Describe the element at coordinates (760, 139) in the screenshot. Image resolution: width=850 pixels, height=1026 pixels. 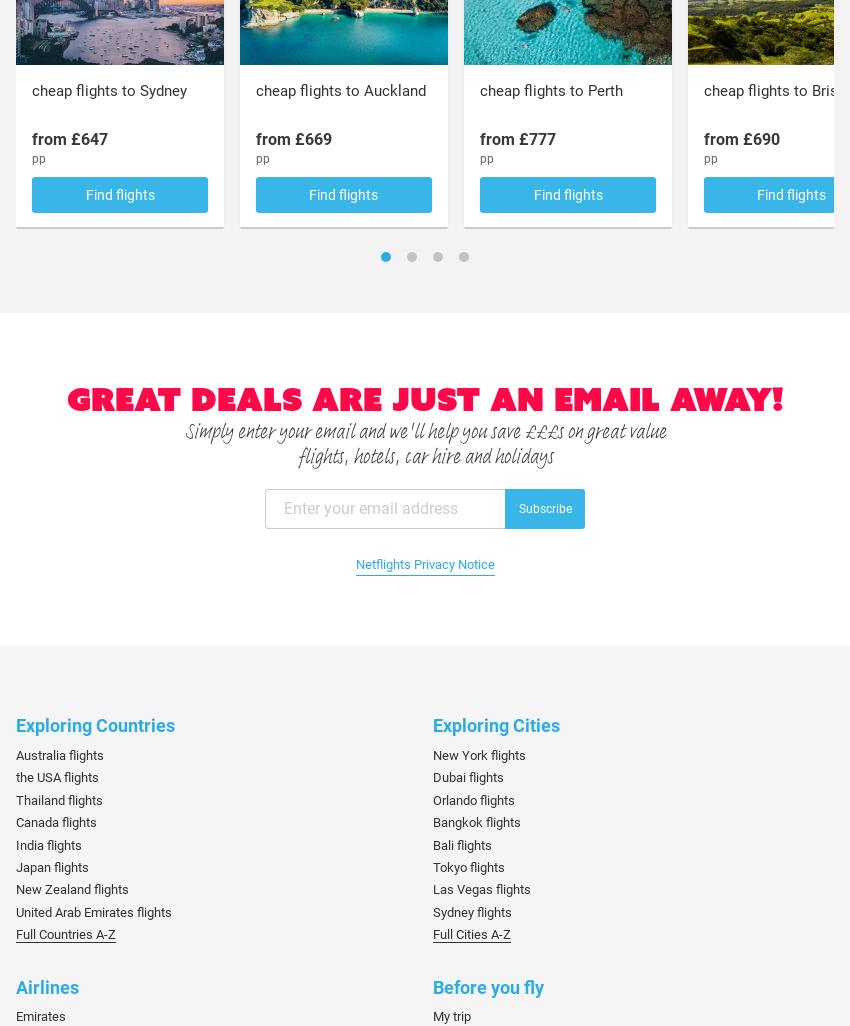
I see `'£690'` at that location.